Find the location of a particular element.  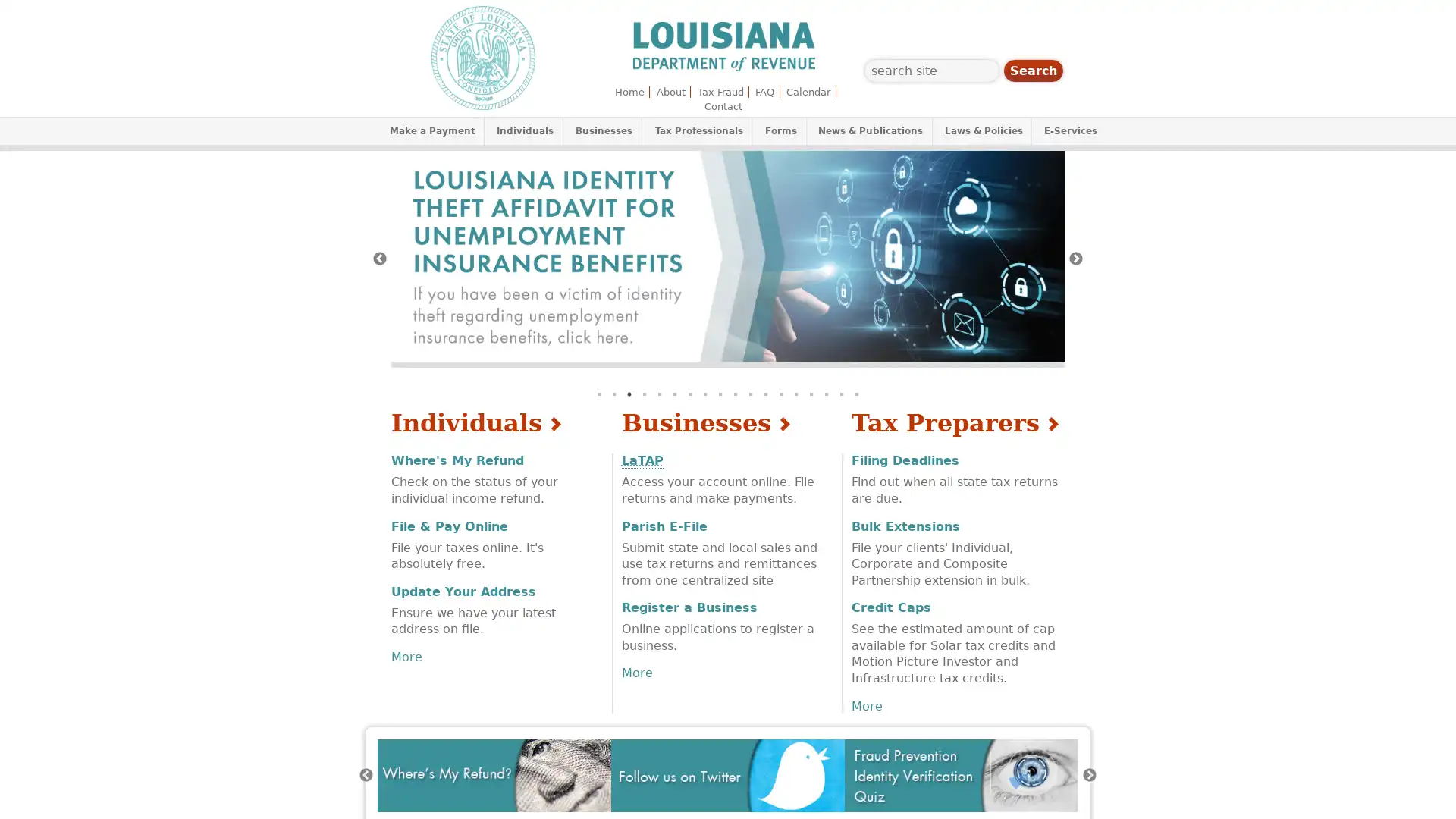

16 is located at coordinates (825, 394).